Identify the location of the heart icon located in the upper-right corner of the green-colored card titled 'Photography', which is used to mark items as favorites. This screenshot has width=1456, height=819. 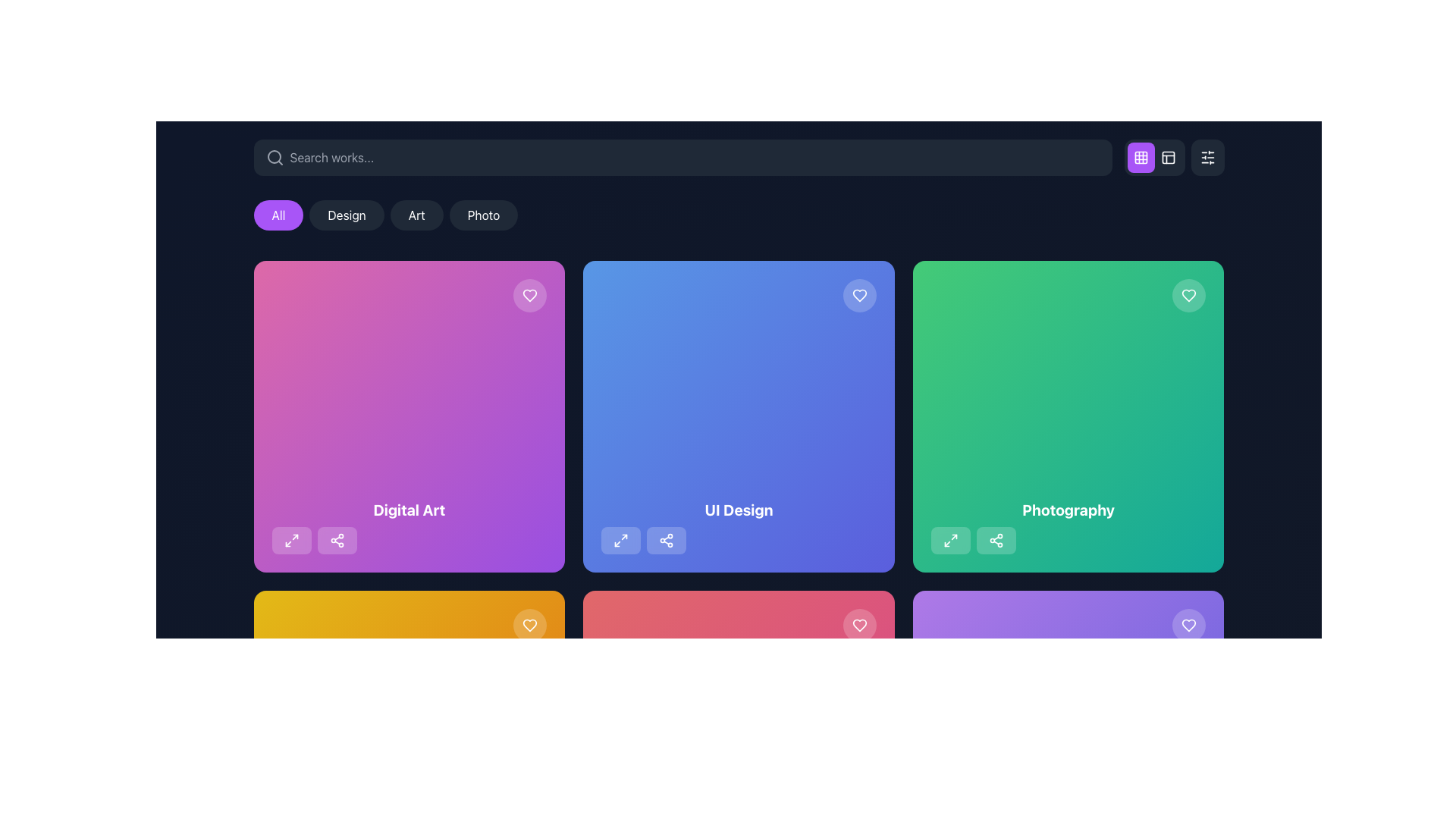
(1188, 295).